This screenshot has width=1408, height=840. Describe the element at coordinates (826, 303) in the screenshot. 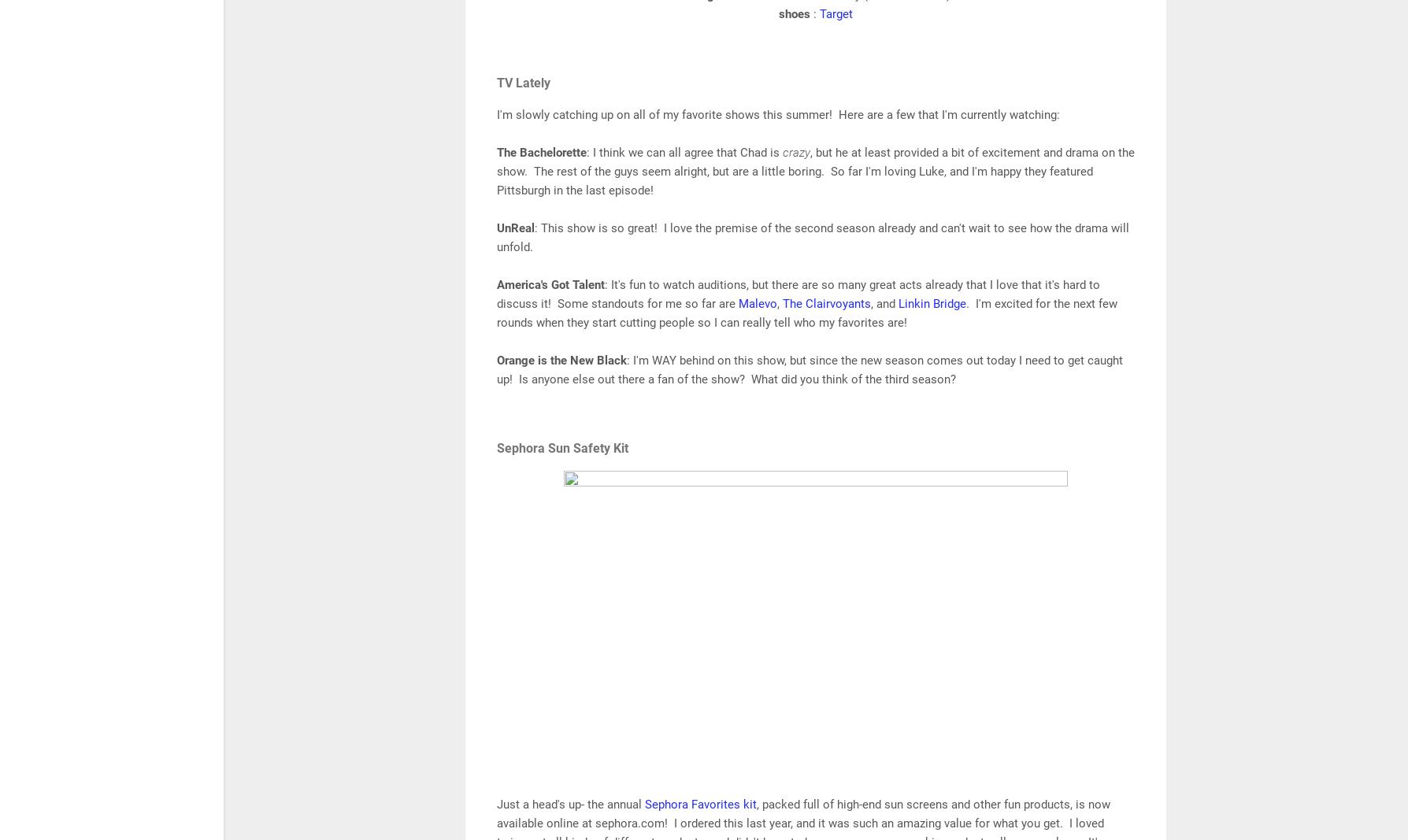

I see `'The Clairvoyants'` at that location.